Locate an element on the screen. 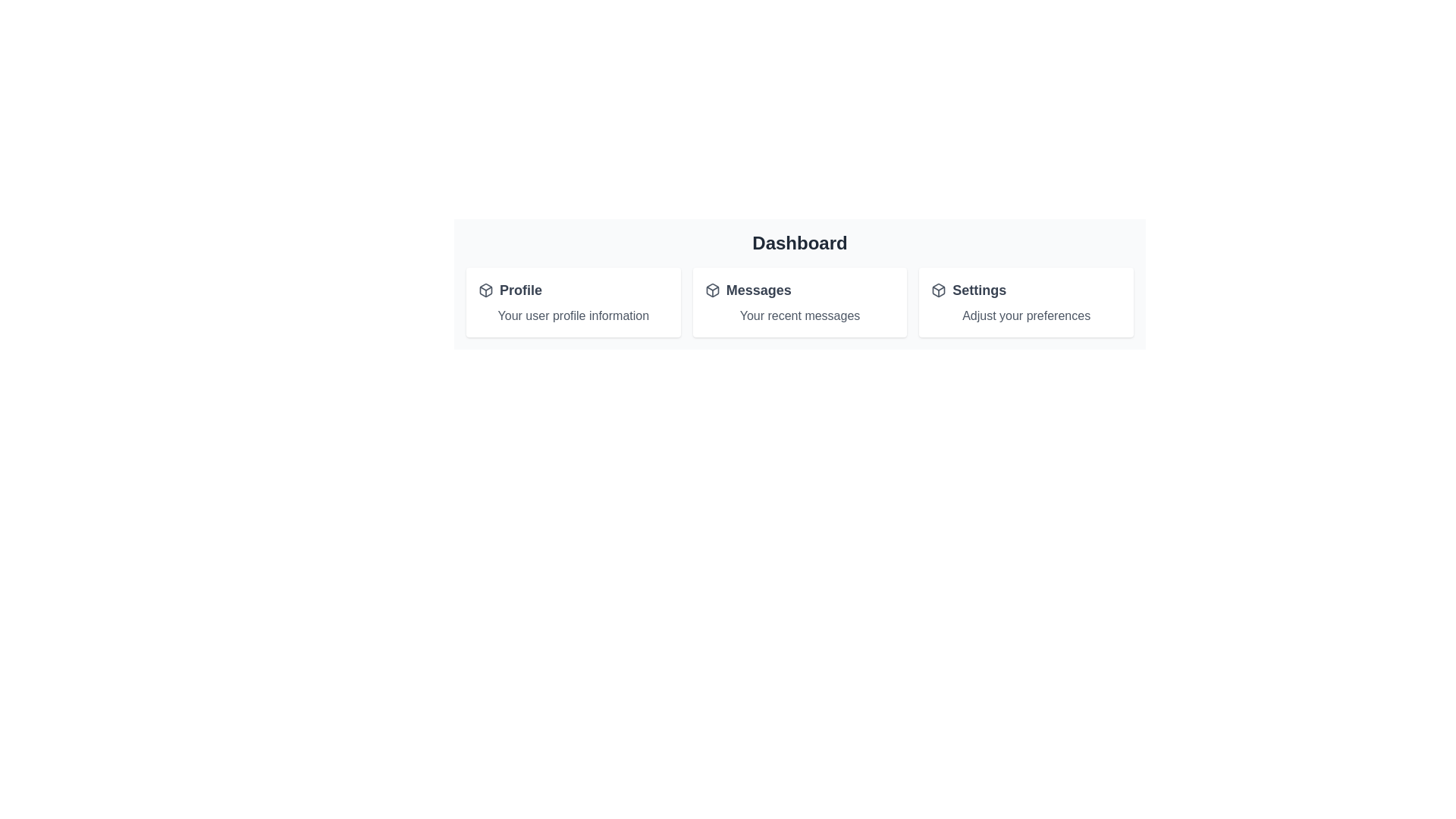  HTML of the grid layout containing navigation cards under the 'Dashboard' header, which includes sections titled 'Profile', 'Messages', and 'Settings' is located at coordinates (799, 302).